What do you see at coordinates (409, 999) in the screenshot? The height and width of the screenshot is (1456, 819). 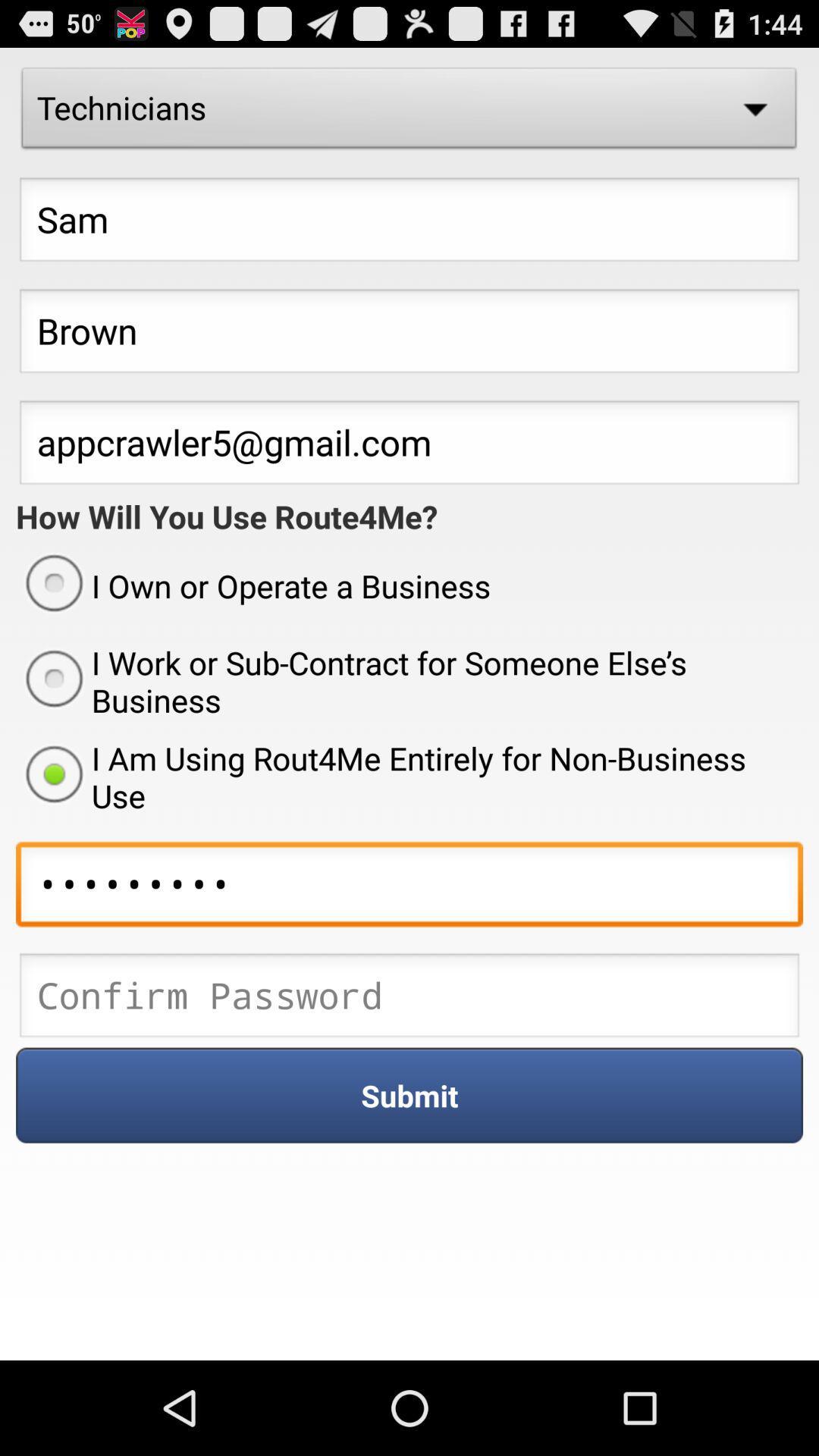 I see `confirm password` at bounding box center [409, 999].